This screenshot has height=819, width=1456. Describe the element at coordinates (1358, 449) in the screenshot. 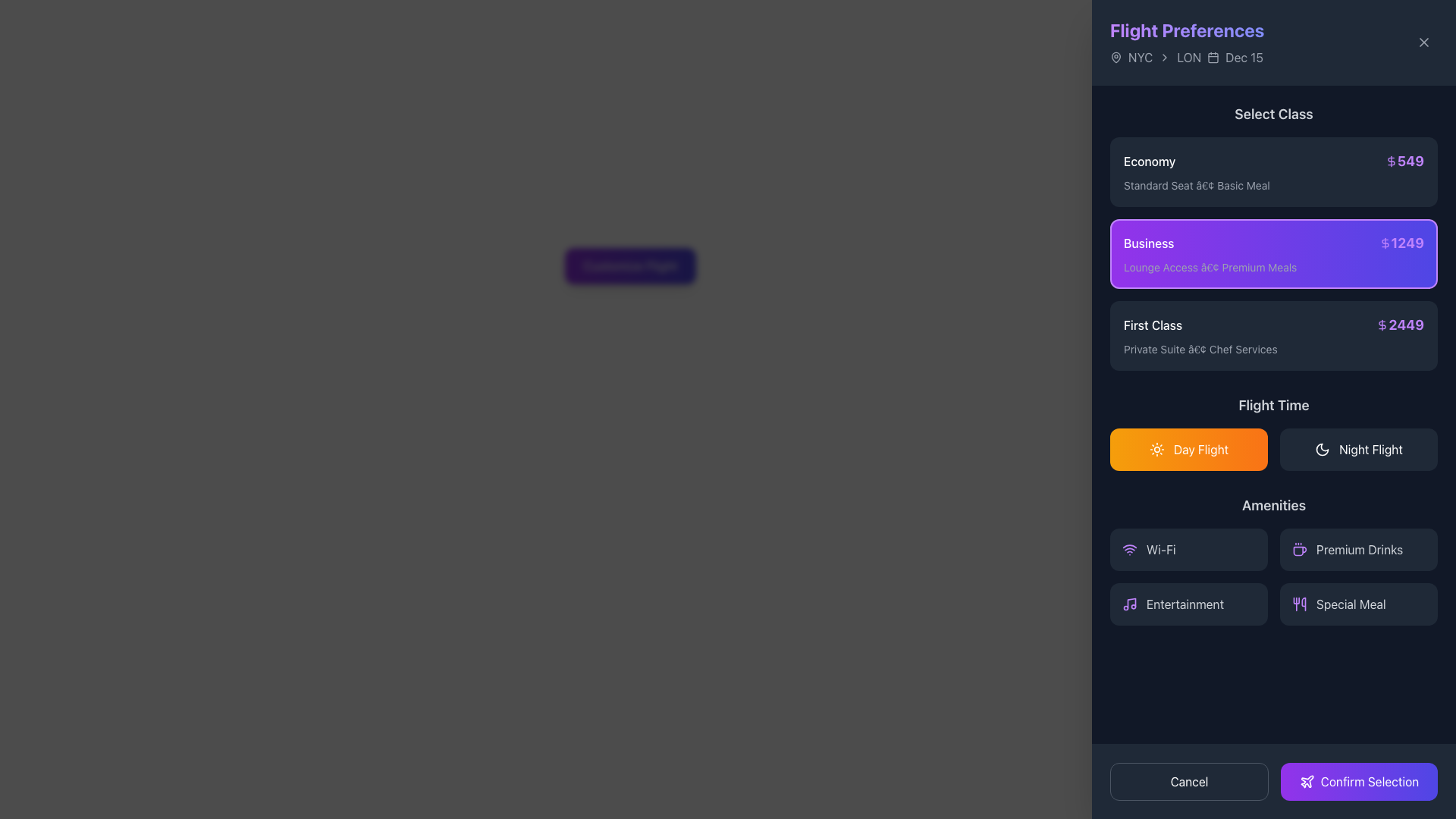

I see `the 'Night Flight' button, which is a rectangular button with a crescent moon icon and the label 'Night Flight', located in the 'Flight Time' section` at that location.